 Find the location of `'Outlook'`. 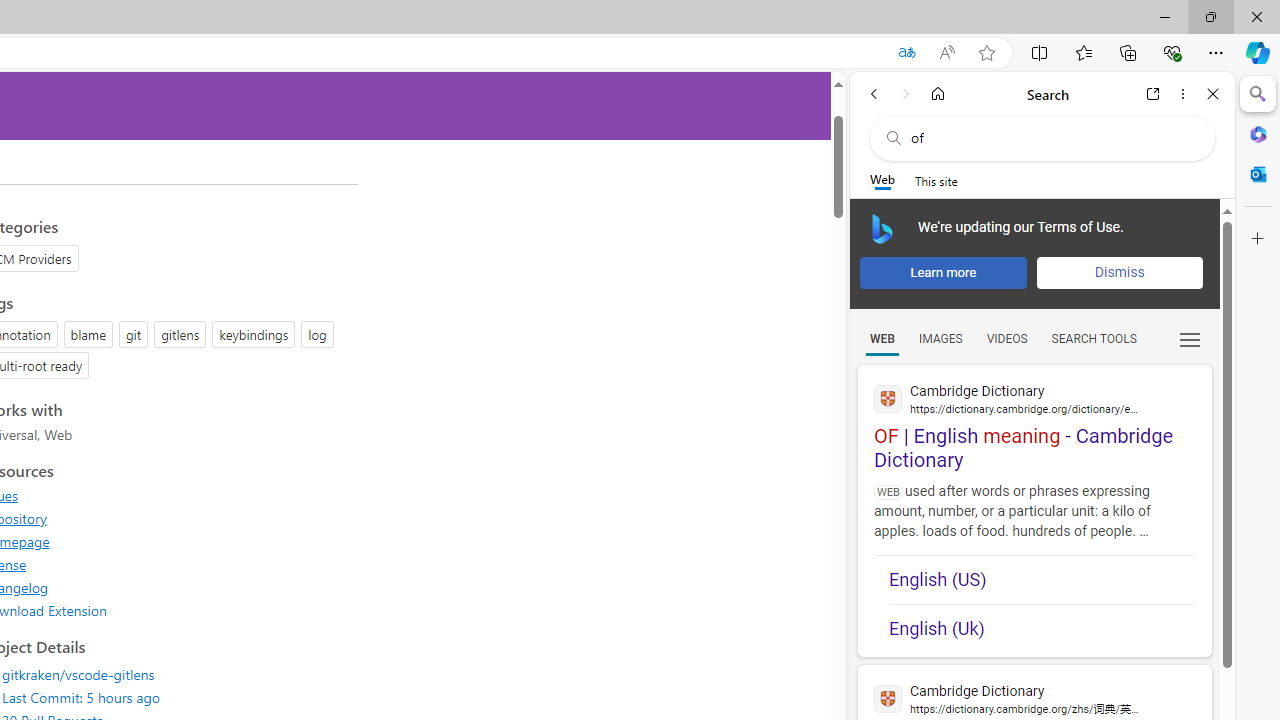

'Outlook' is located at coordinates (1257, 173).